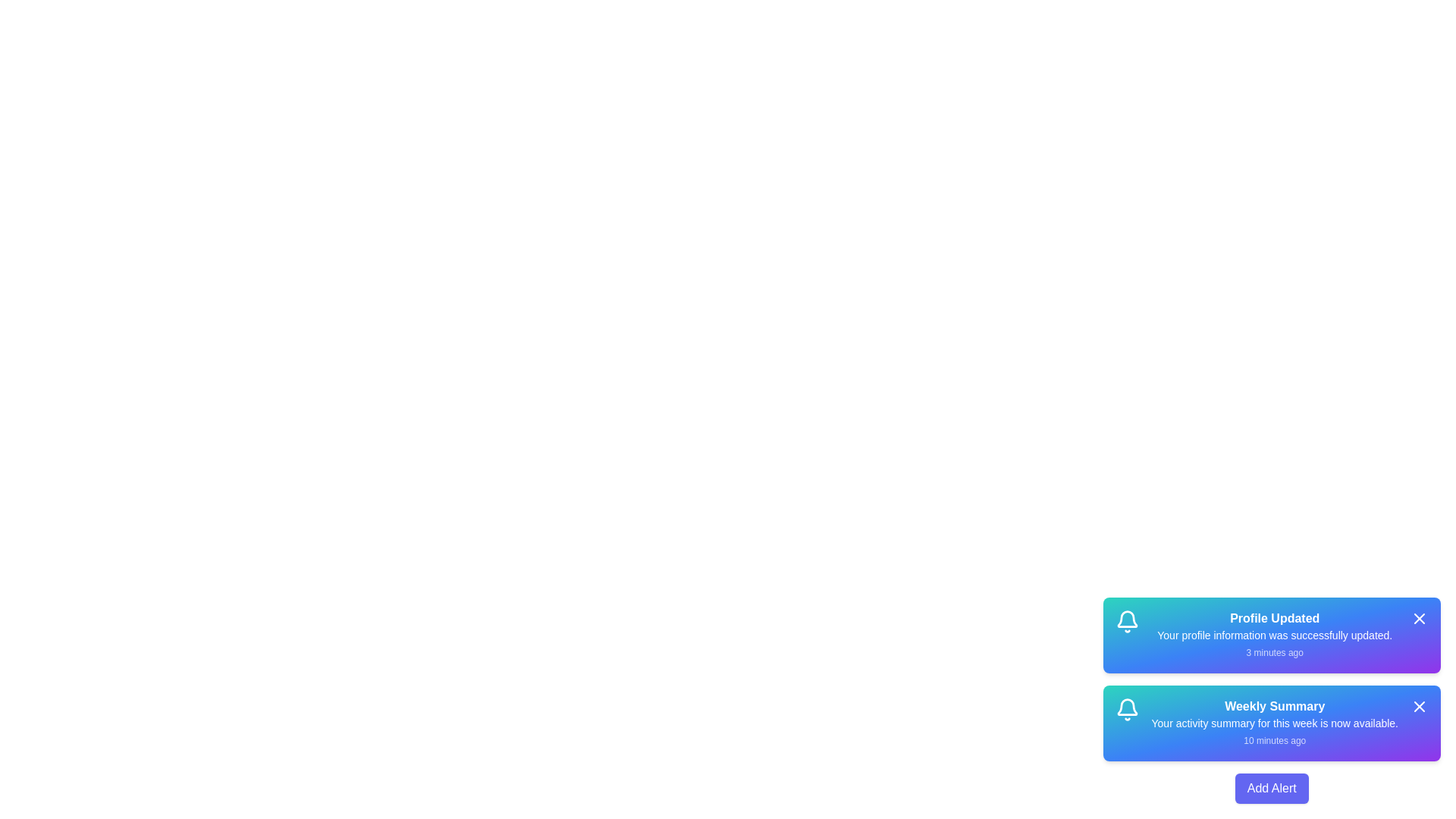  What do you see at coordinates (1419, 619) in the screenshot?
I see `the close button of the alert titled 'Profile Updated' to remove it` at bounding box center [1419, 619].